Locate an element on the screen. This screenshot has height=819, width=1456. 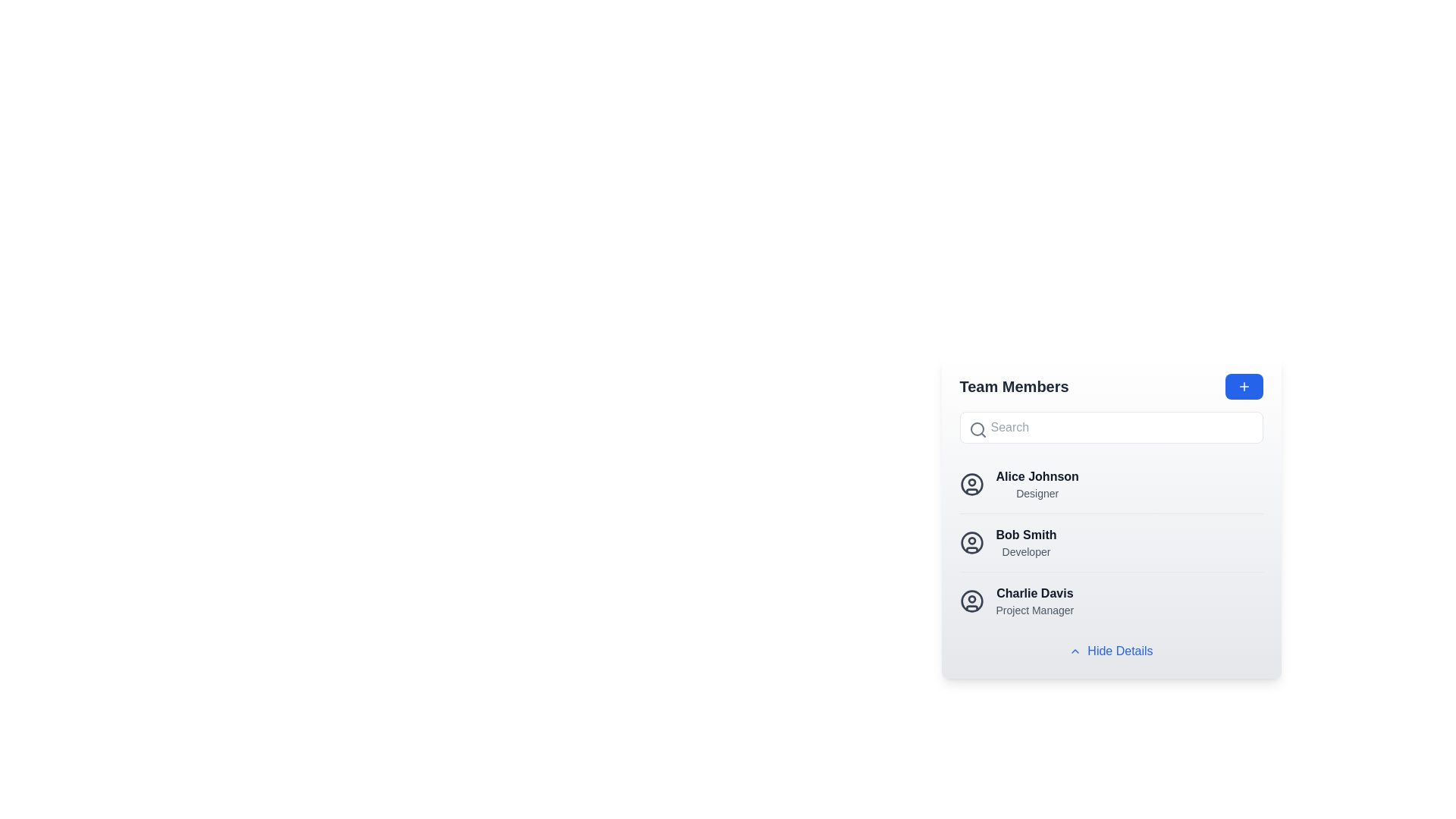
the text label for the first team member in the list, which identifies them as 'Designer', located at the top of the team member panel is located at coordinates (1037, 475).